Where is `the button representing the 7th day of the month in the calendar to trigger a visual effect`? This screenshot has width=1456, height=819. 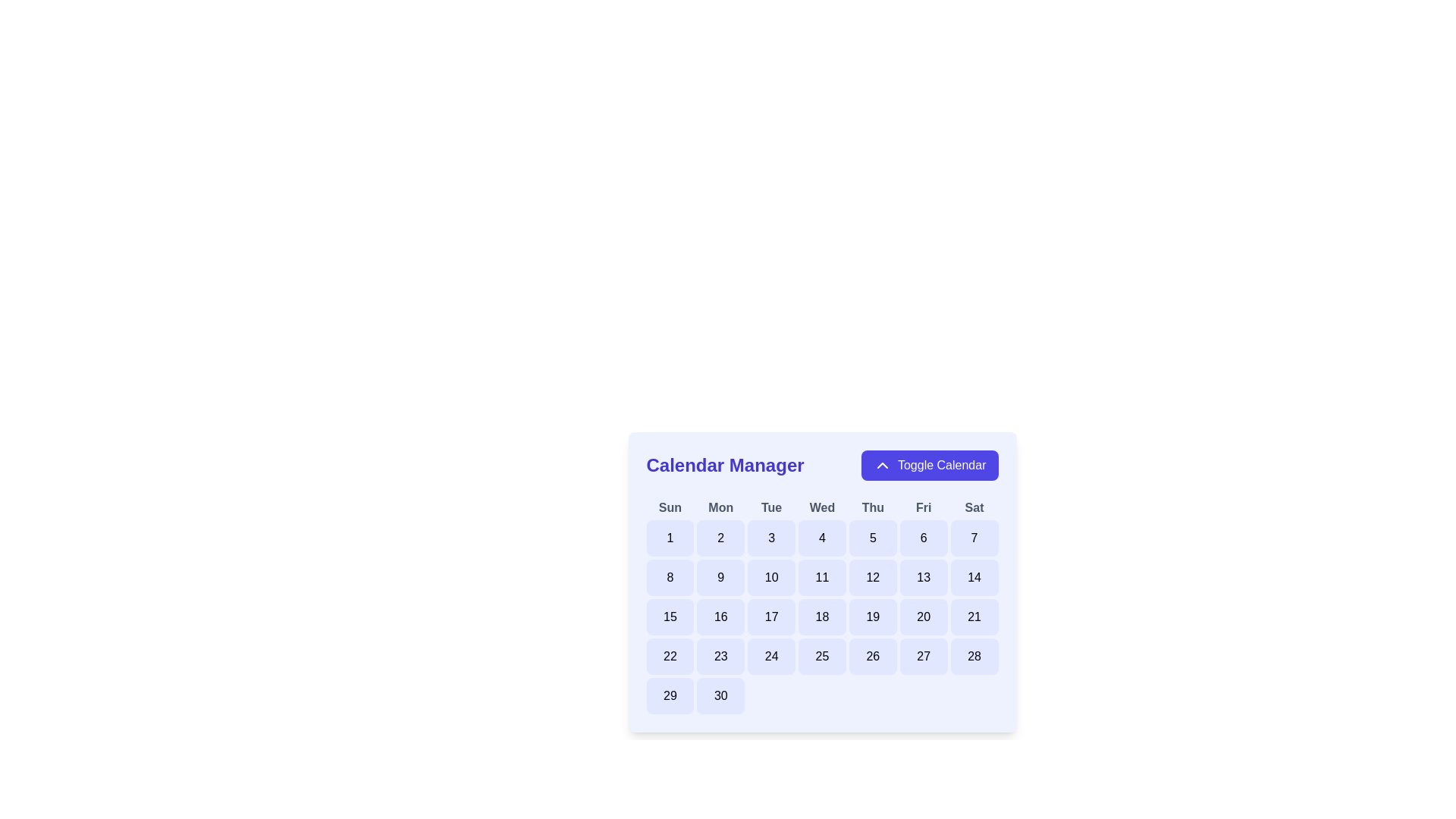 the button representing the 7th day of the month in the calendar to trigger a visual effect is located at coordinates (974, 537).